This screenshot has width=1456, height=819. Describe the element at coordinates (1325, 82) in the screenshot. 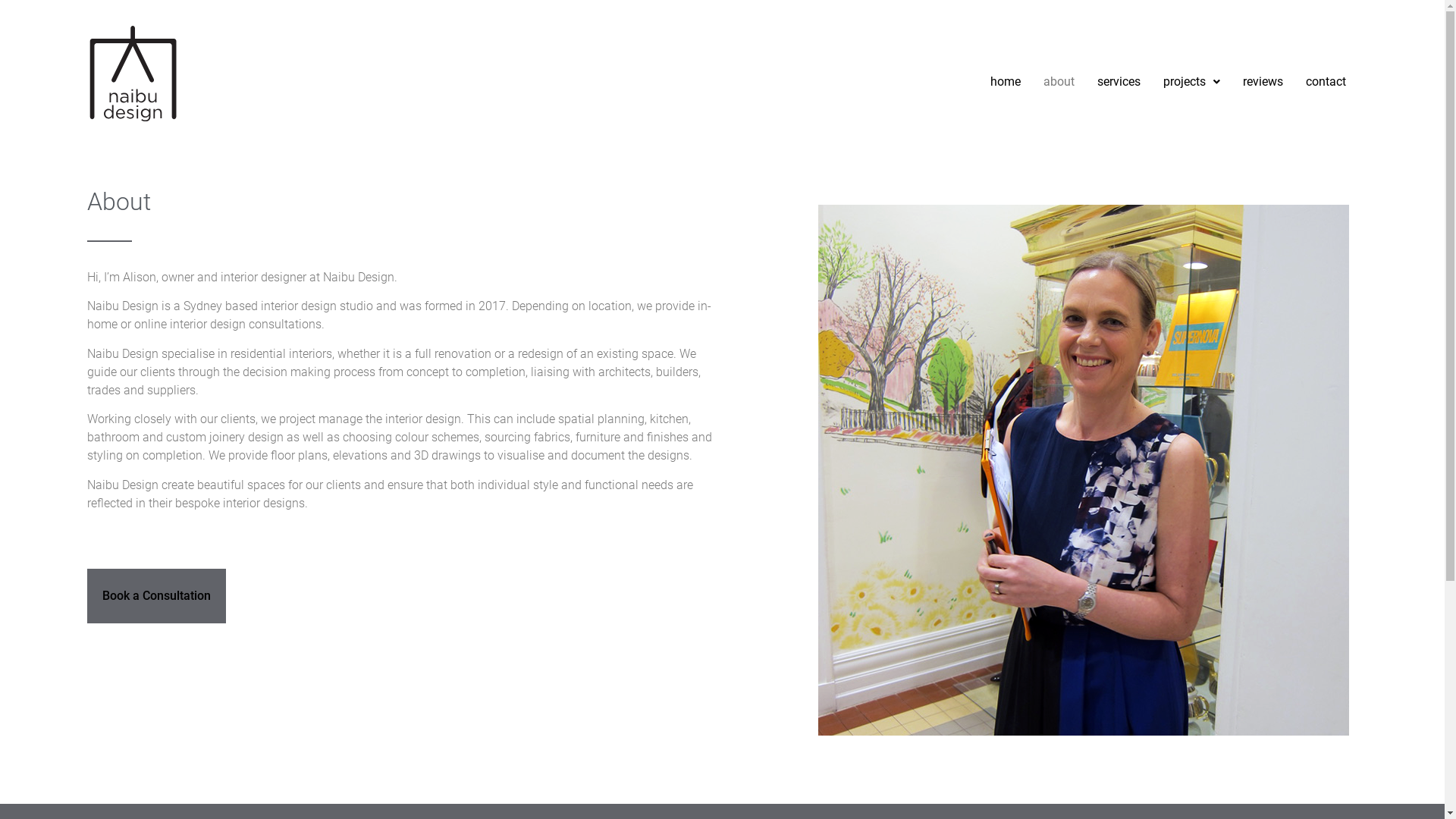

I see `'contact'` at that location.